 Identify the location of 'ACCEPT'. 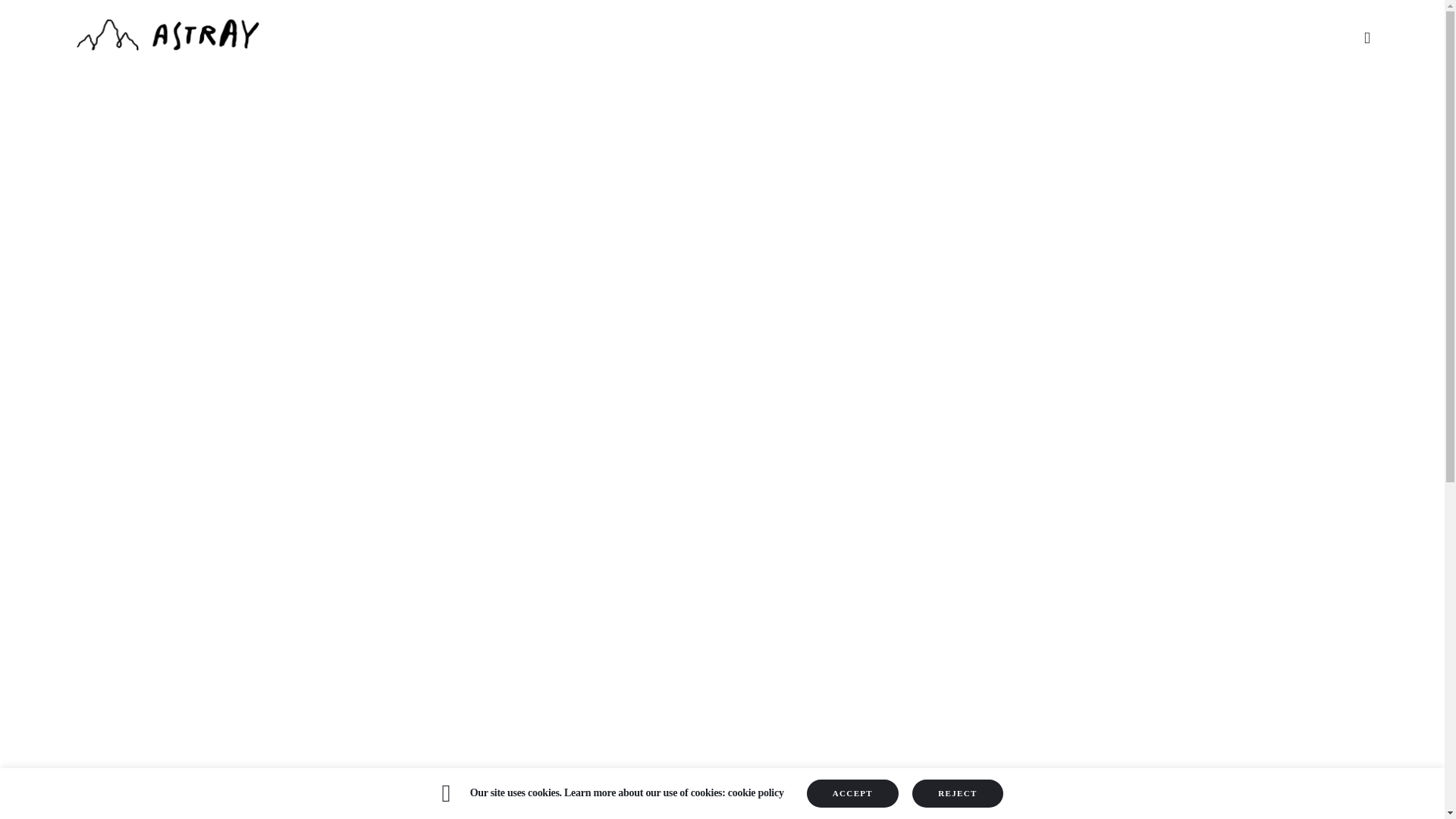
(852, 792).